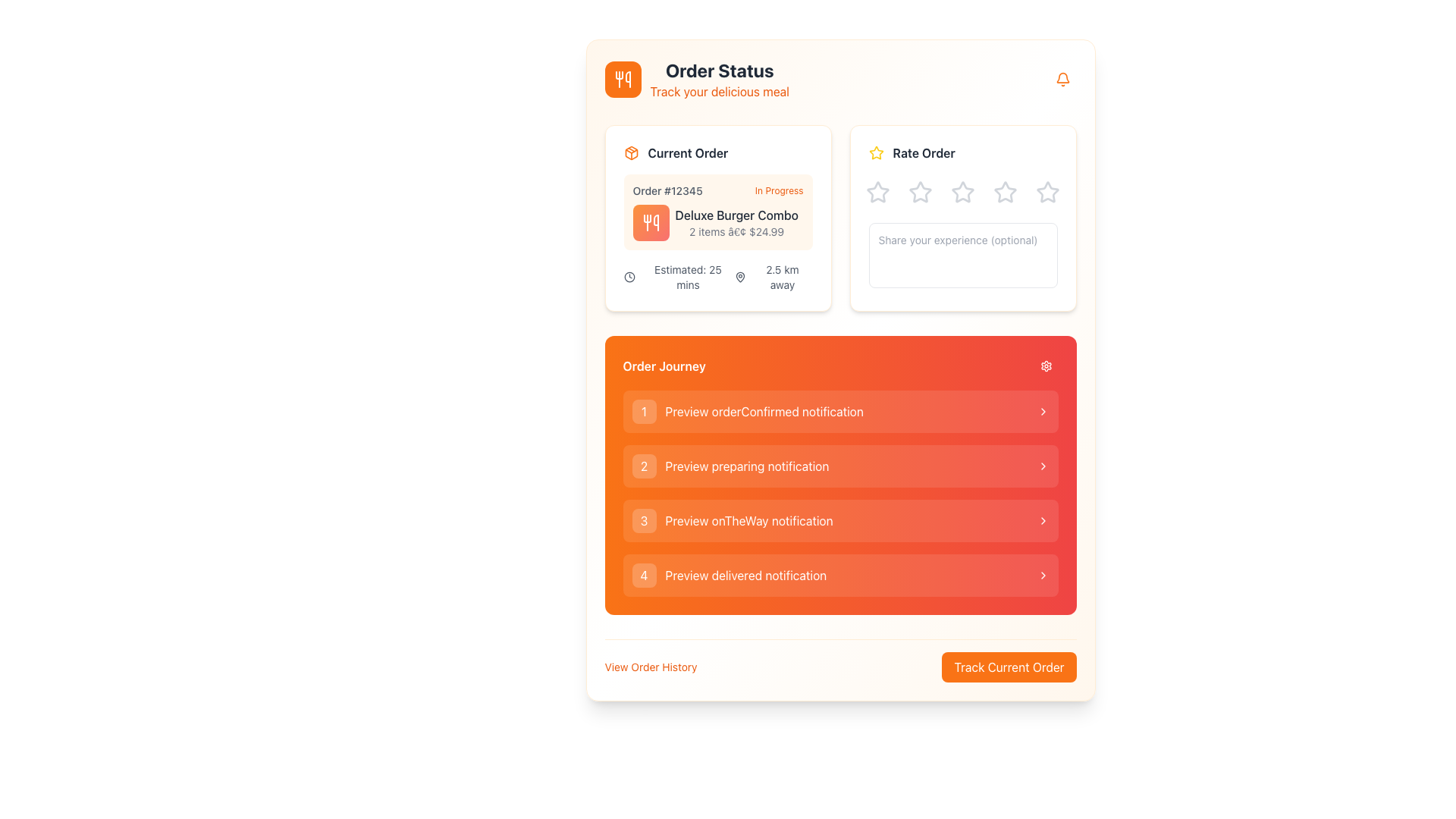 The width and height of the screenshot is (1456, 819). I want to click on the 'Current Order' text label, which is styled with a bold font and dark gray color, located above the order details summary on the left-hand side of the interface, so click(687, 152).